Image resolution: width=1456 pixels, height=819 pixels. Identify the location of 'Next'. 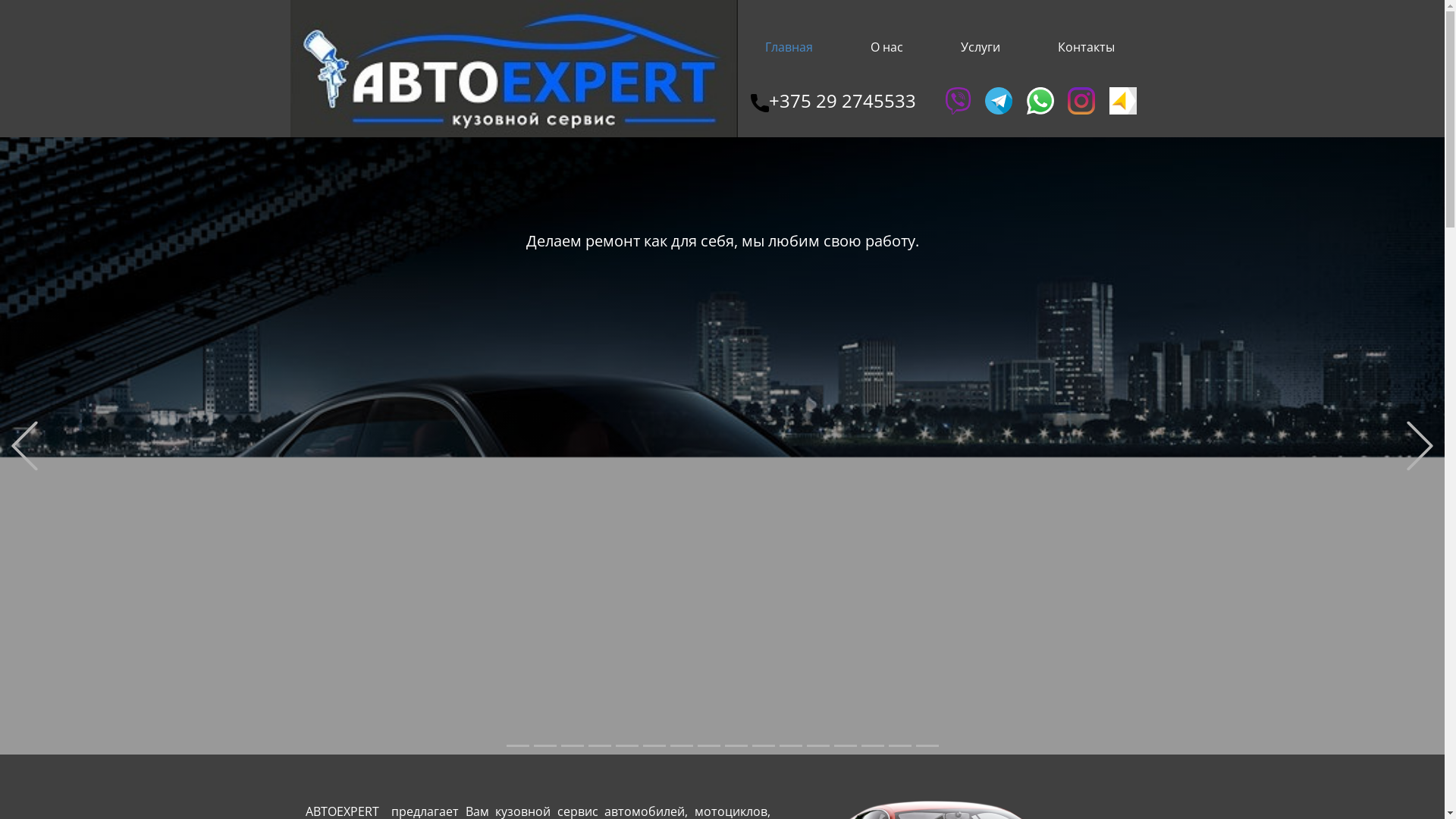
(1419, 445).